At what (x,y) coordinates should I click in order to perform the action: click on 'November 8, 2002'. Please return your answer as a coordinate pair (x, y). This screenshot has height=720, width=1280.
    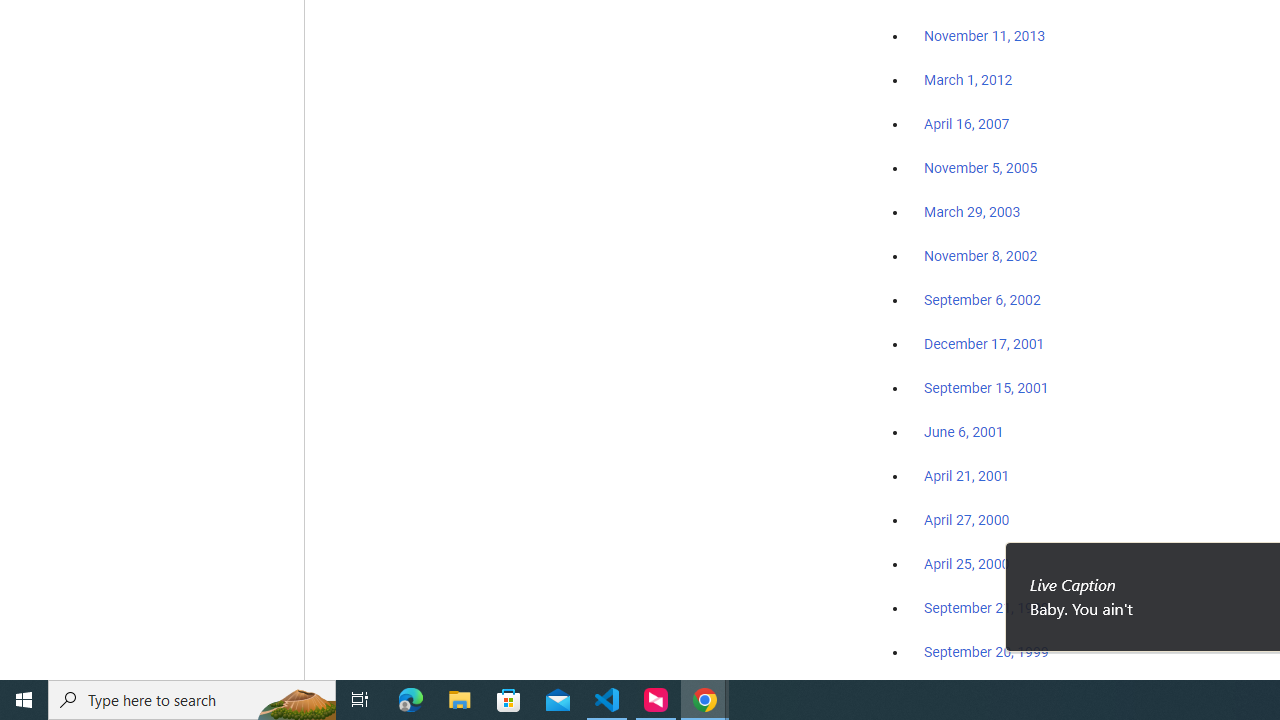
    Looking at the image, I should click on (981, 255).